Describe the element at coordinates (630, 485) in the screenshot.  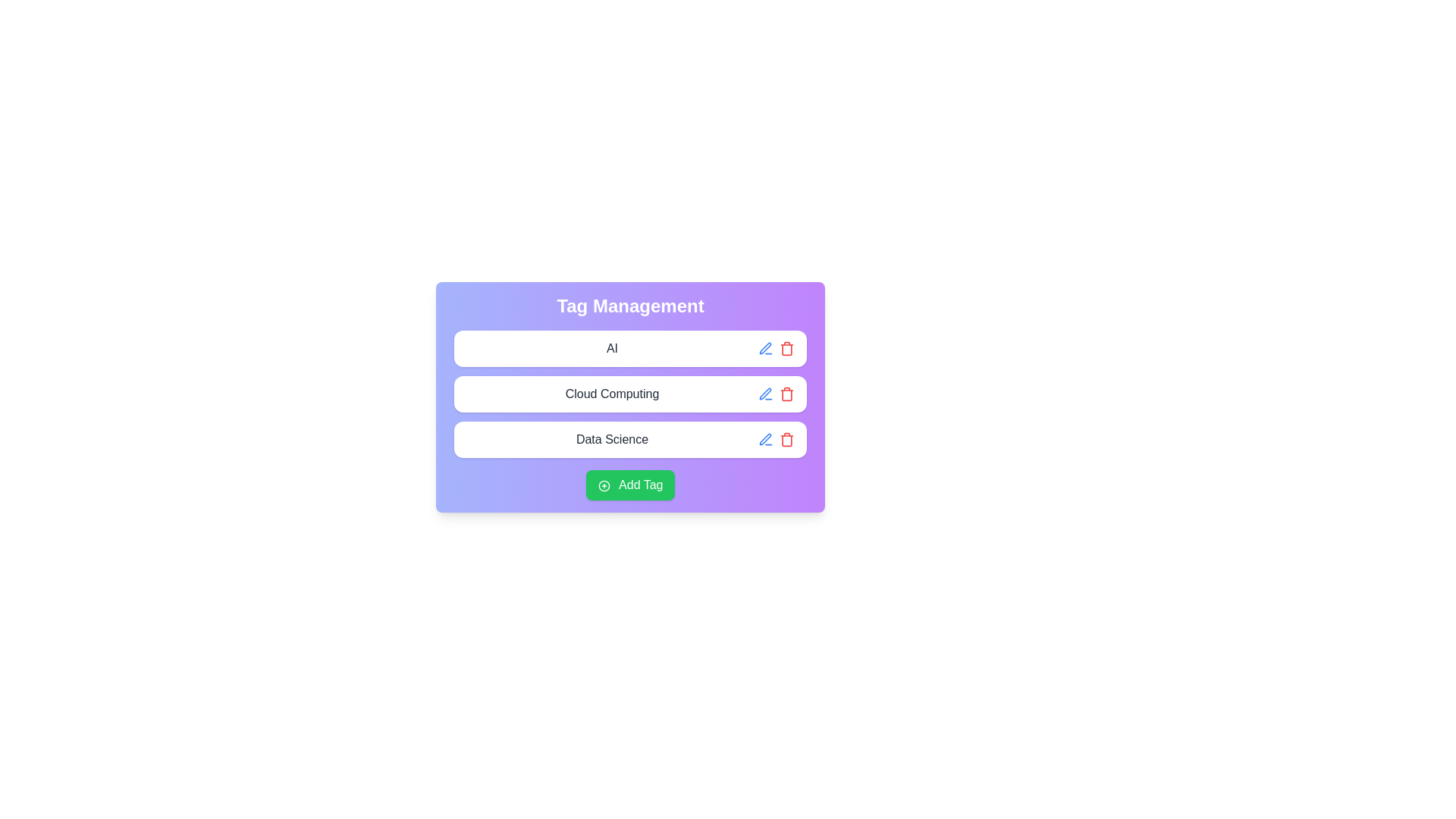
I see `the green 'Add Tag' button with white text and a '+' icon` at that location.